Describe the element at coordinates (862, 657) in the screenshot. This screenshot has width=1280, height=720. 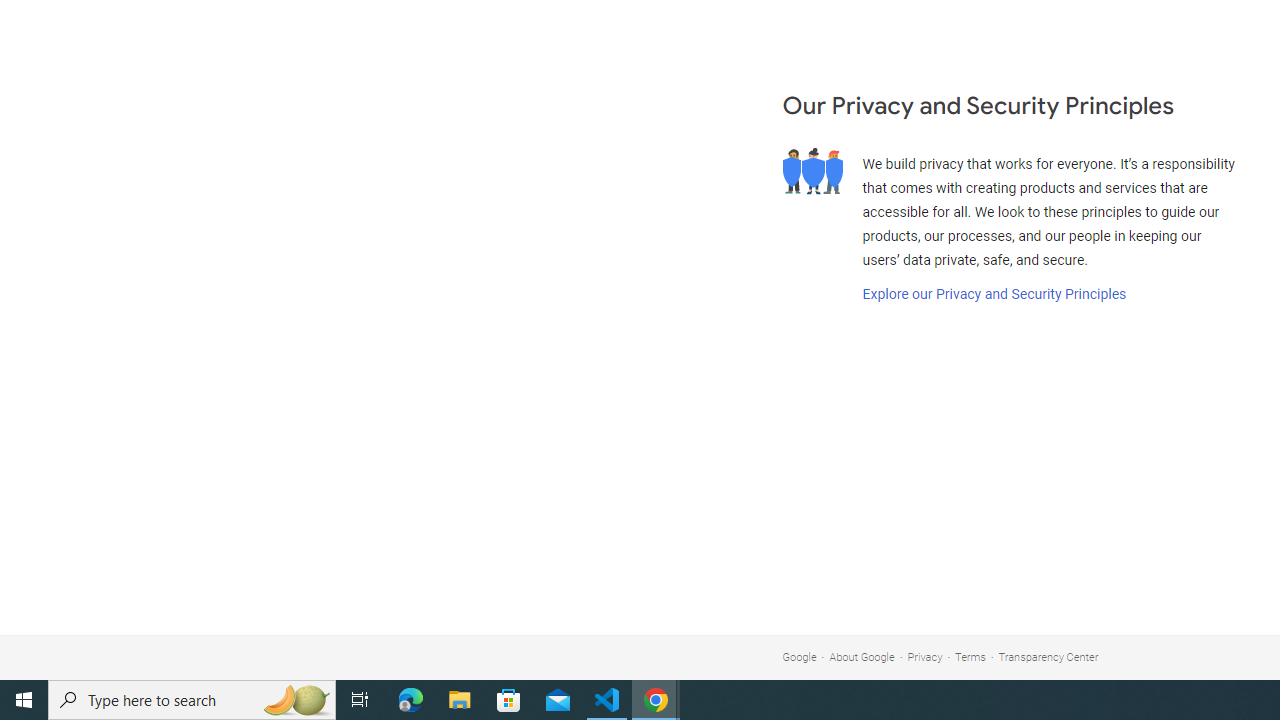
I see `'About Google'` at that location.